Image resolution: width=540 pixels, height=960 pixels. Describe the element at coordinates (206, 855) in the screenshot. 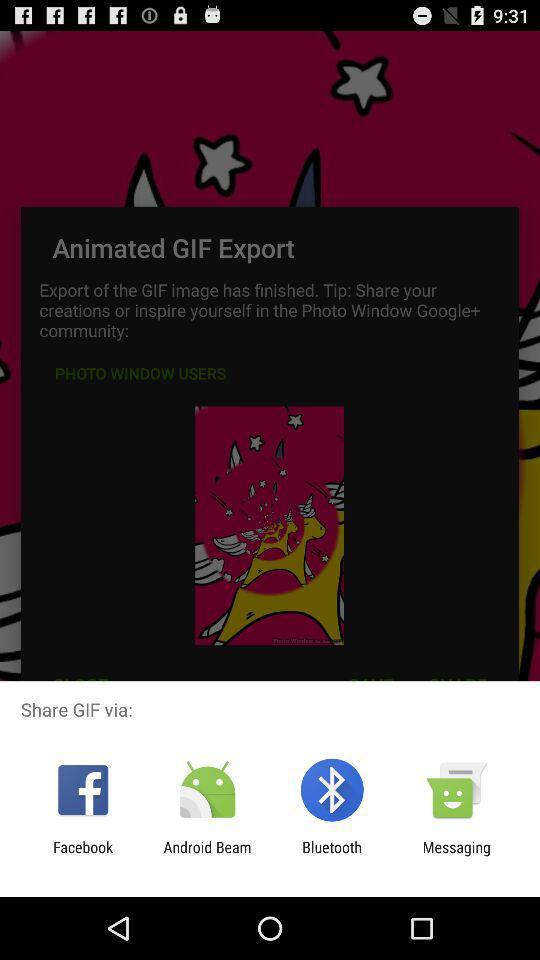

I see `the android beam app` at that location.